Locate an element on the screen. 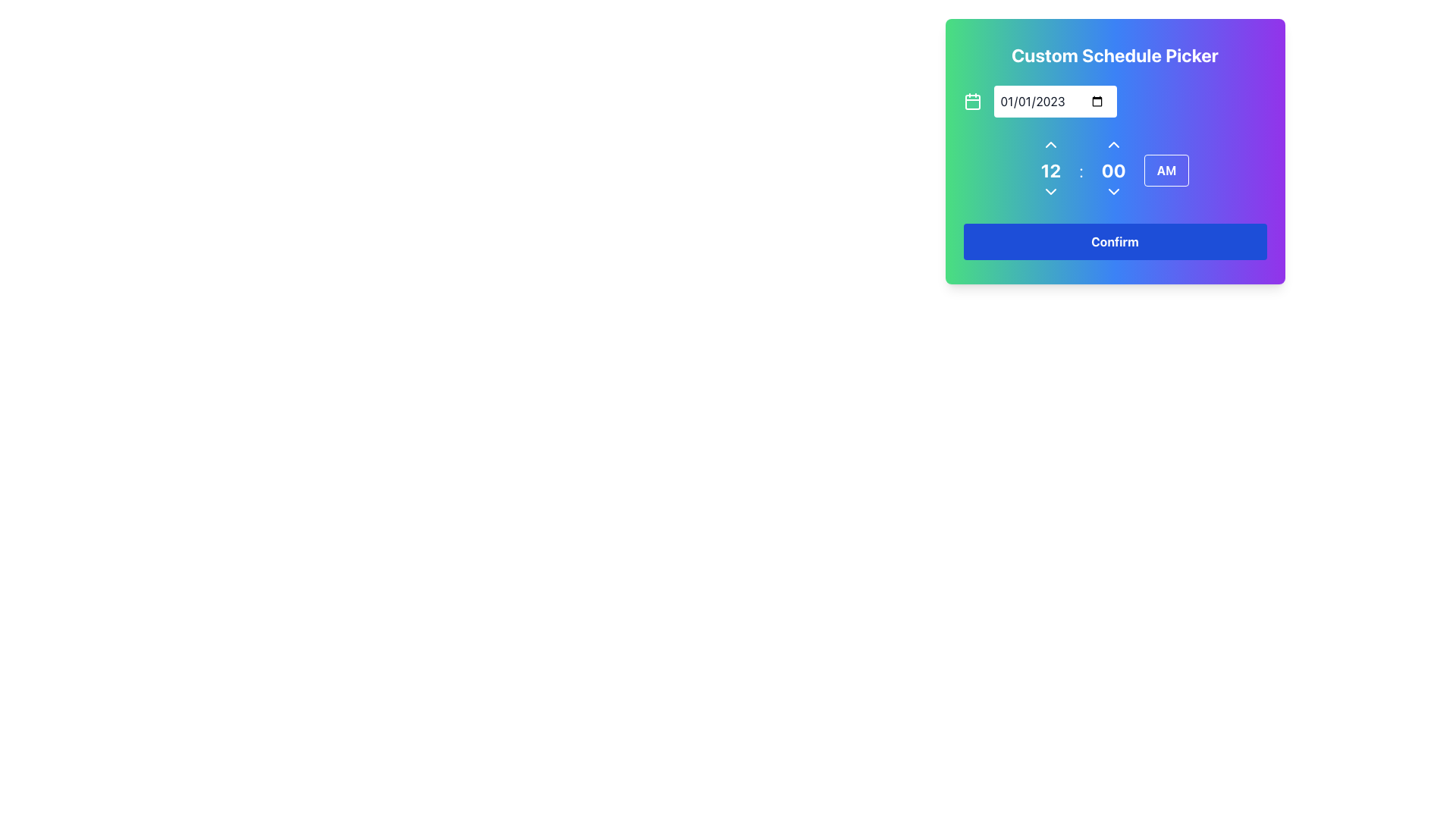 Image resolution: width=1456 pixels, height=819 pixels. the small upward-pointing arrow icon button located directly above the numeric value '12' in the time selection area of the schedule picker interface to increment the hour value is located at coordinates (1050, 145).